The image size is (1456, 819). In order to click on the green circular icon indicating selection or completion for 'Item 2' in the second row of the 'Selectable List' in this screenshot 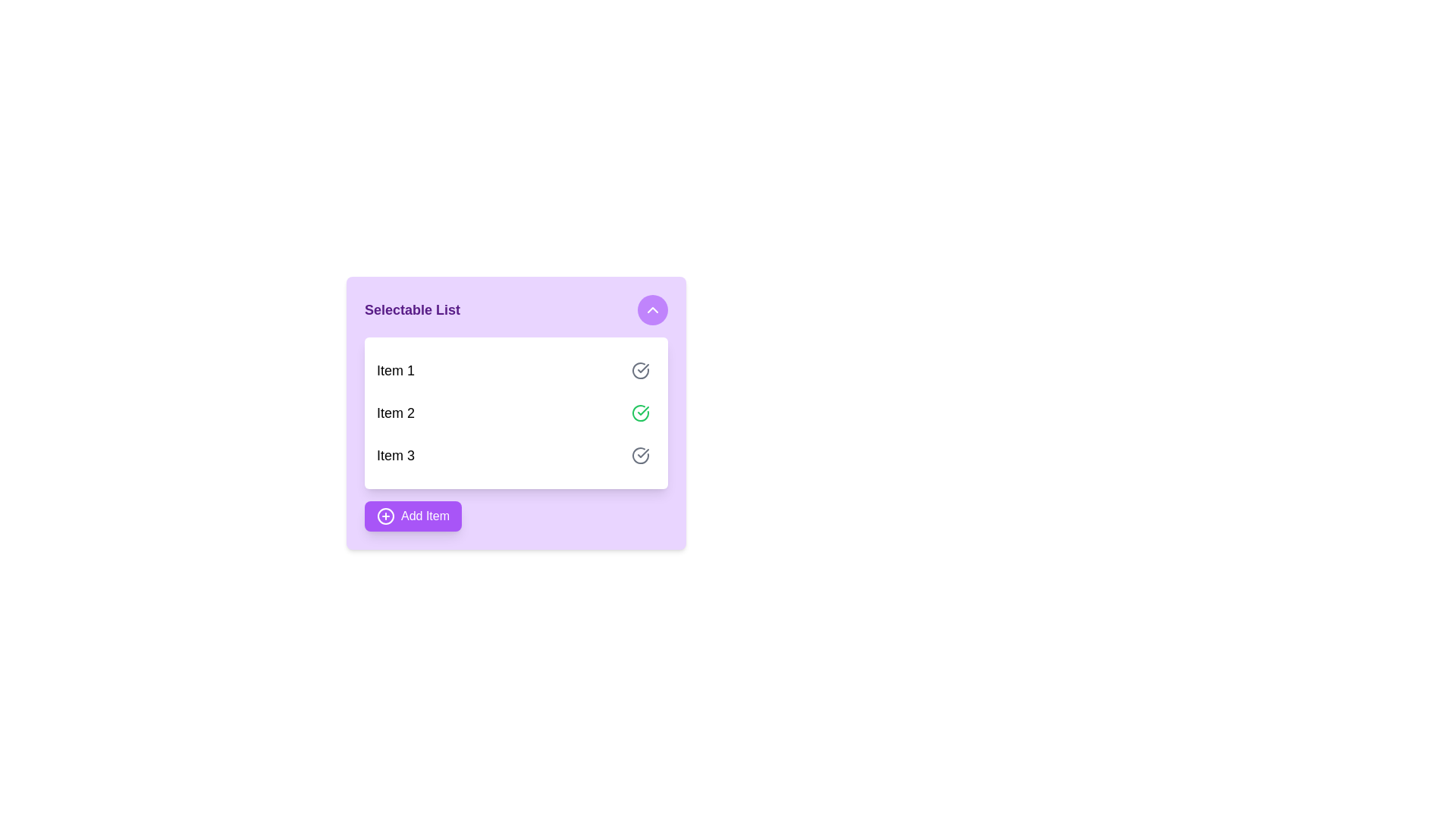, I will do `click(643, 452)`.